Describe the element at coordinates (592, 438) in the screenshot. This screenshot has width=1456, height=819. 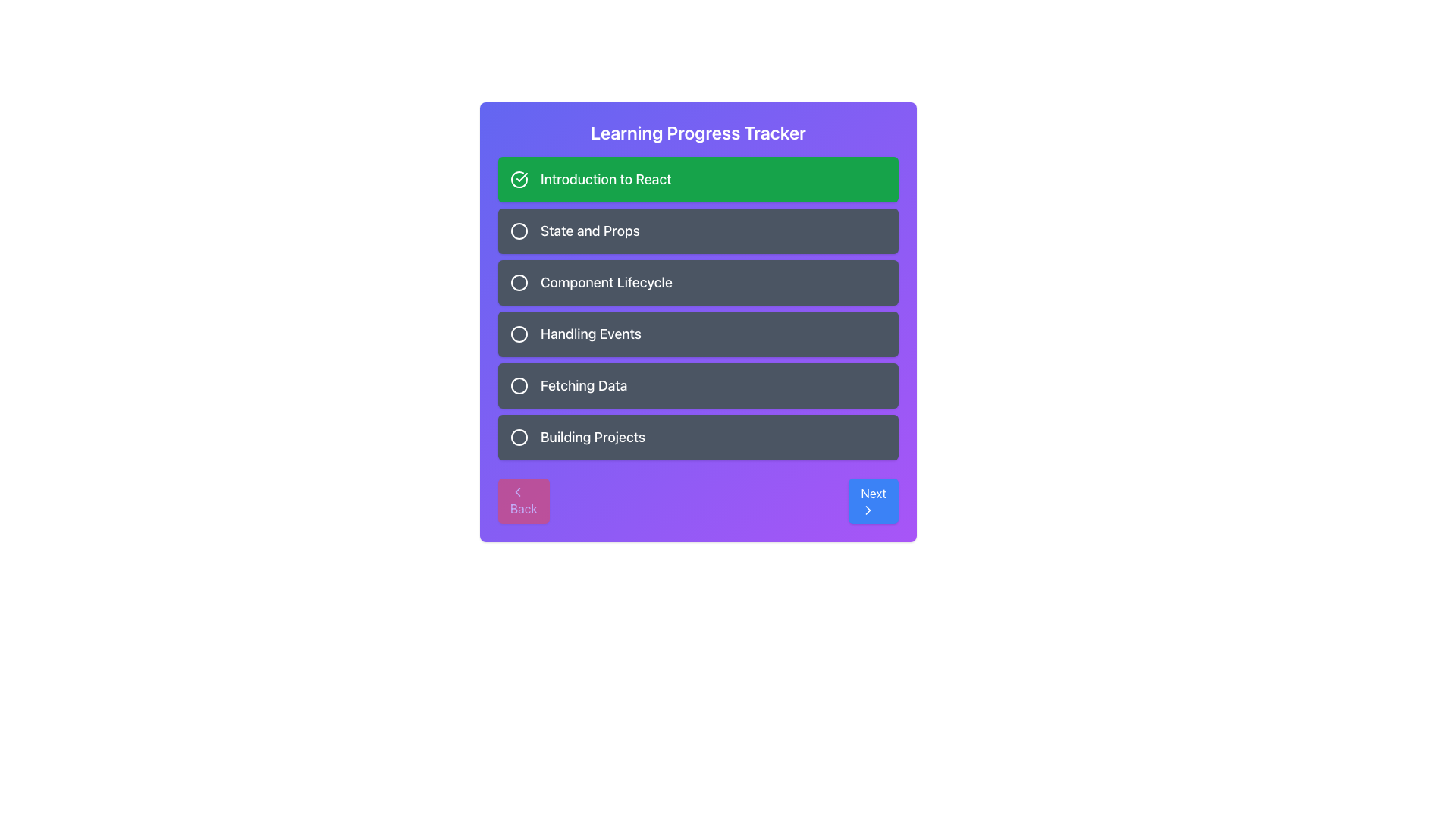
I see `the text label that denotes the title 'Building Projects' within the last row of the vertical progress tracker, located beneath the 'Fetching Data' item` at that location.